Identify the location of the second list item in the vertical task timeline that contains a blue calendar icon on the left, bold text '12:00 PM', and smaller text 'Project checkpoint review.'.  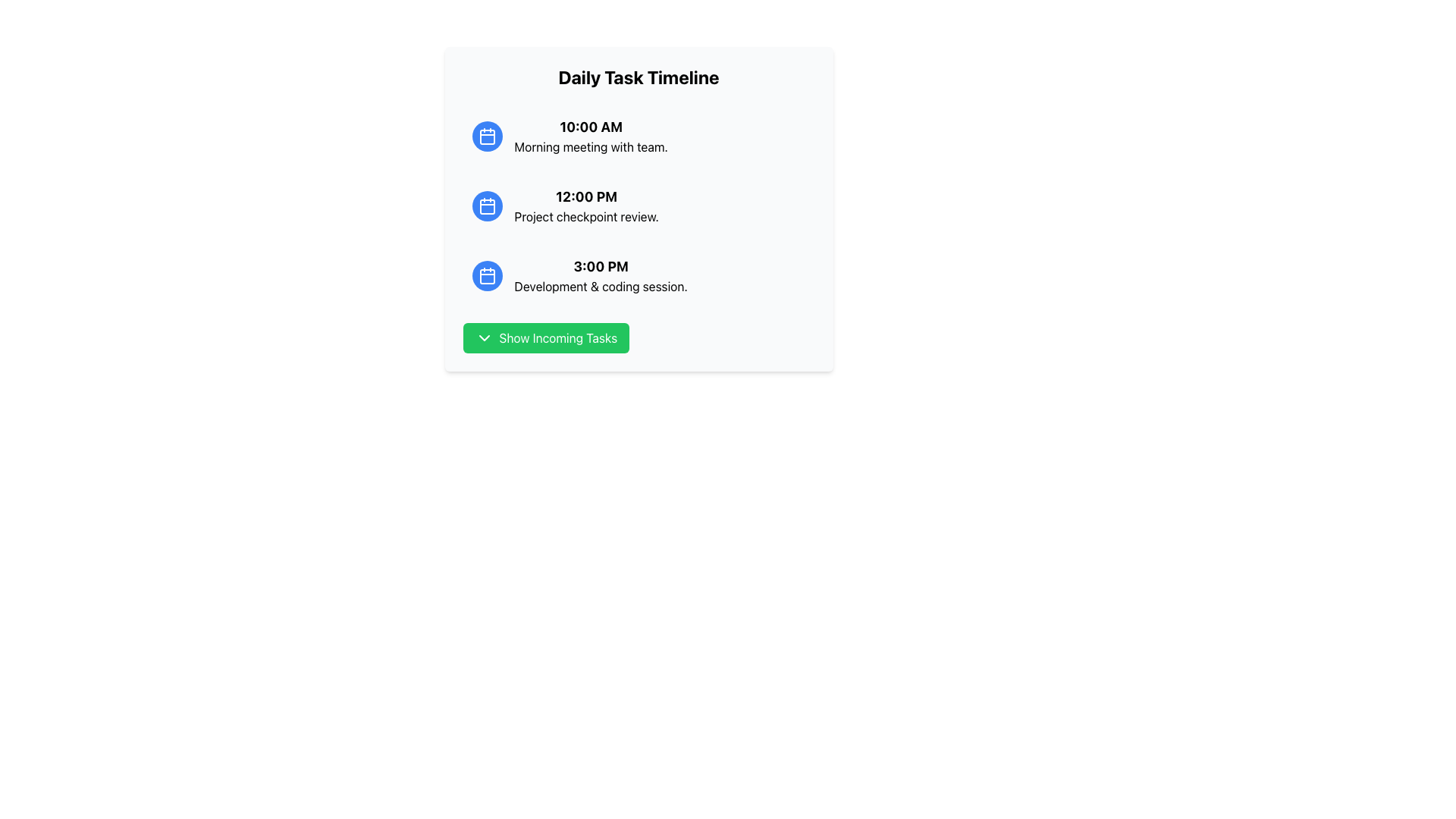
(639, 206).